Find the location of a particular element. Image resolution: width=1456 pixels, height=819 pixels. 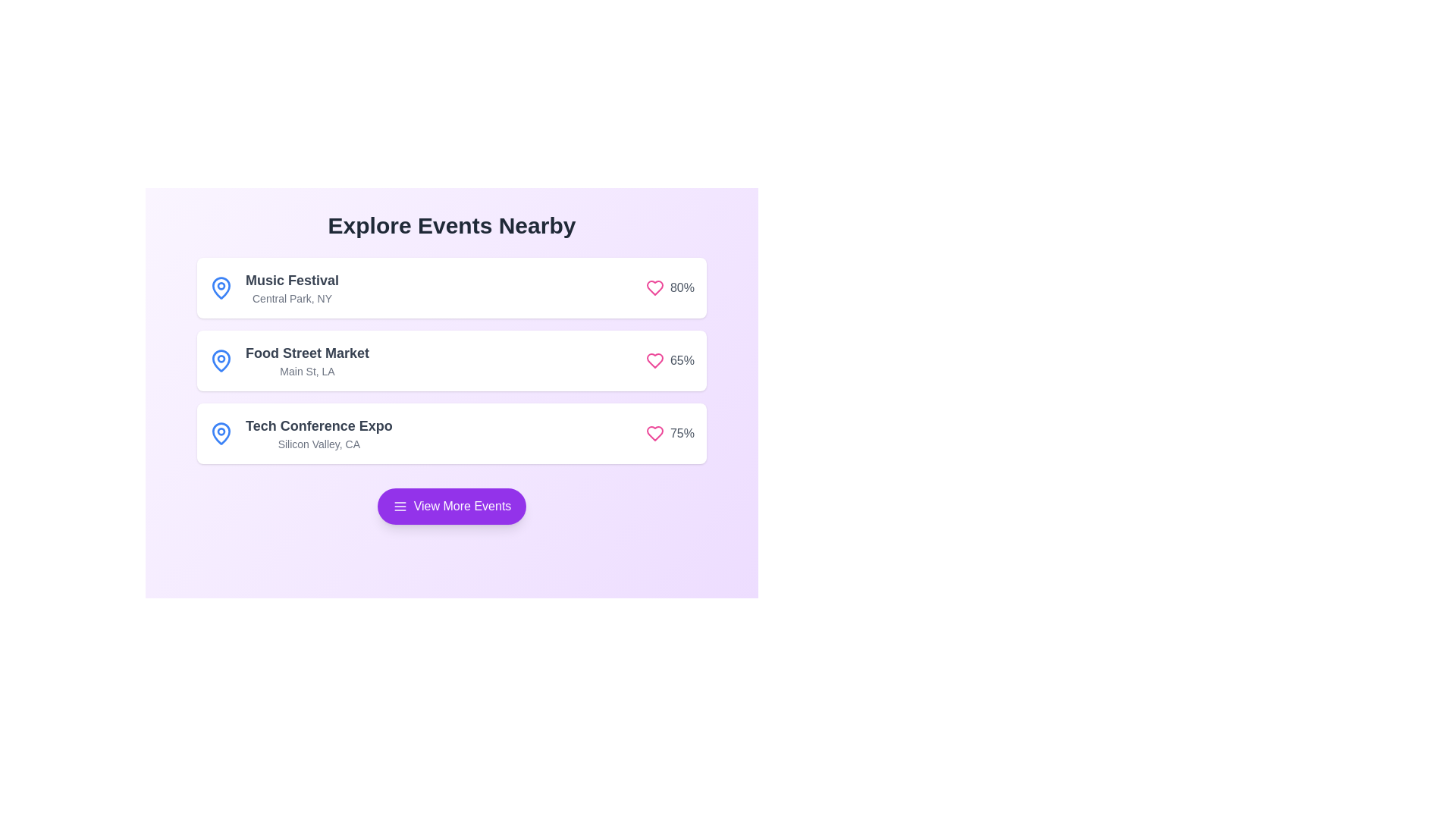

the Header Text that serves as an introductory title for nearby events, positioned at the top of the section beneath the header area is located at coordinates (450, 225).